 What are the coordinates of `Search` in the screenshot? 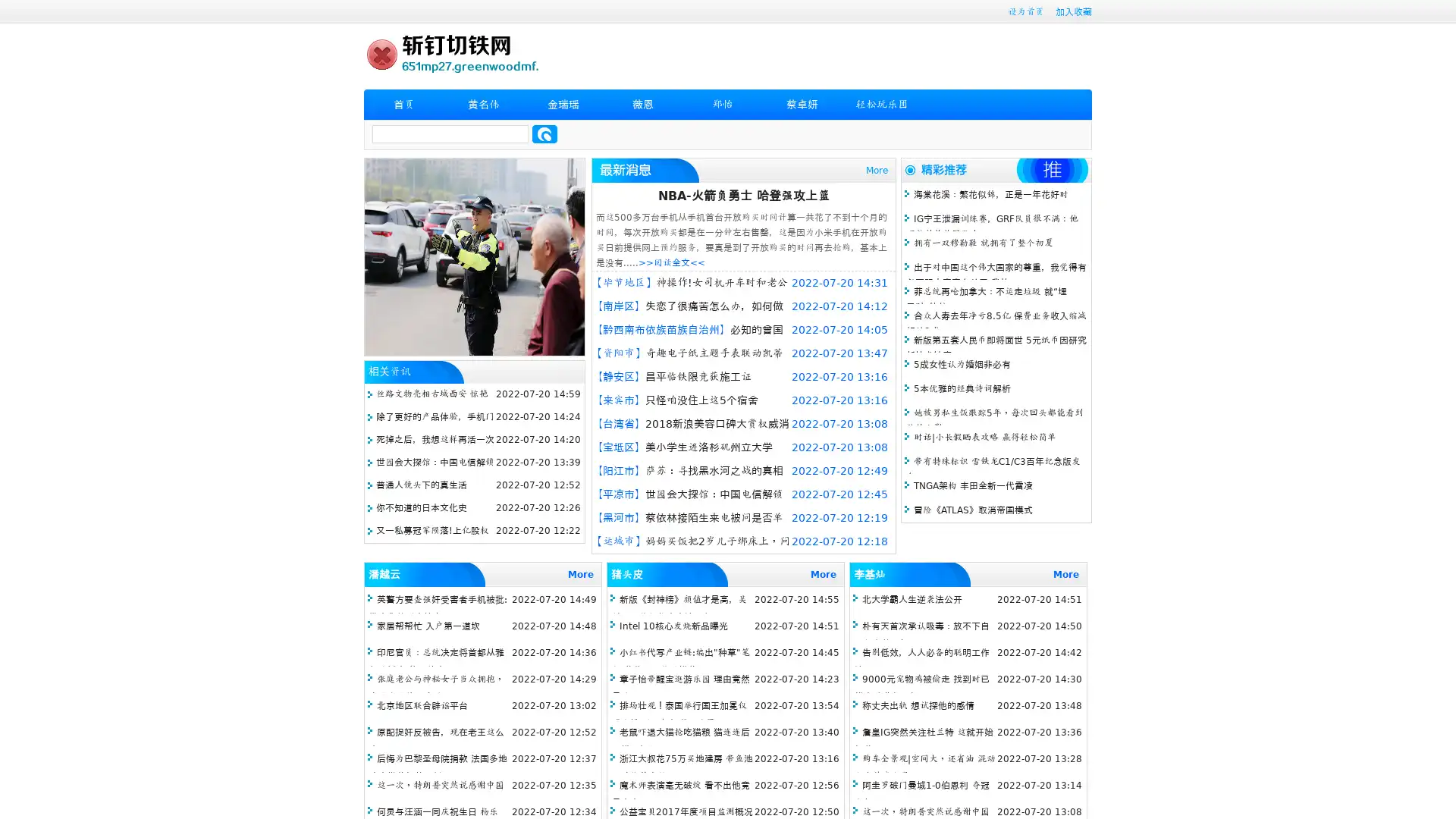 It's located at (544, 133).